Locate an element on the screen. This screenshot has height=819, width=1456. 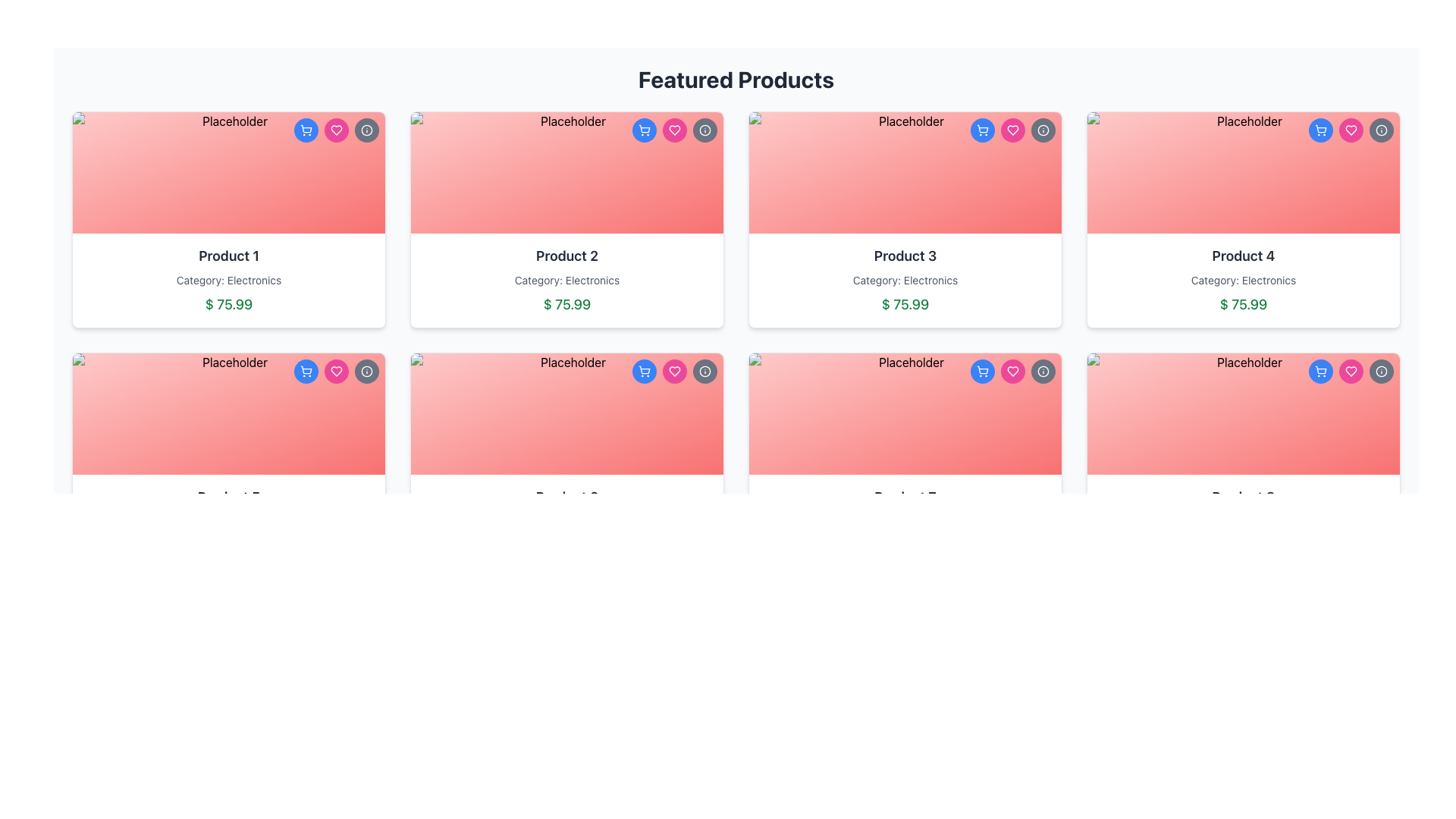
the 'like' or 'favorite' icon located in the fourth product card in the top row is located at coordinates (1351, 371).